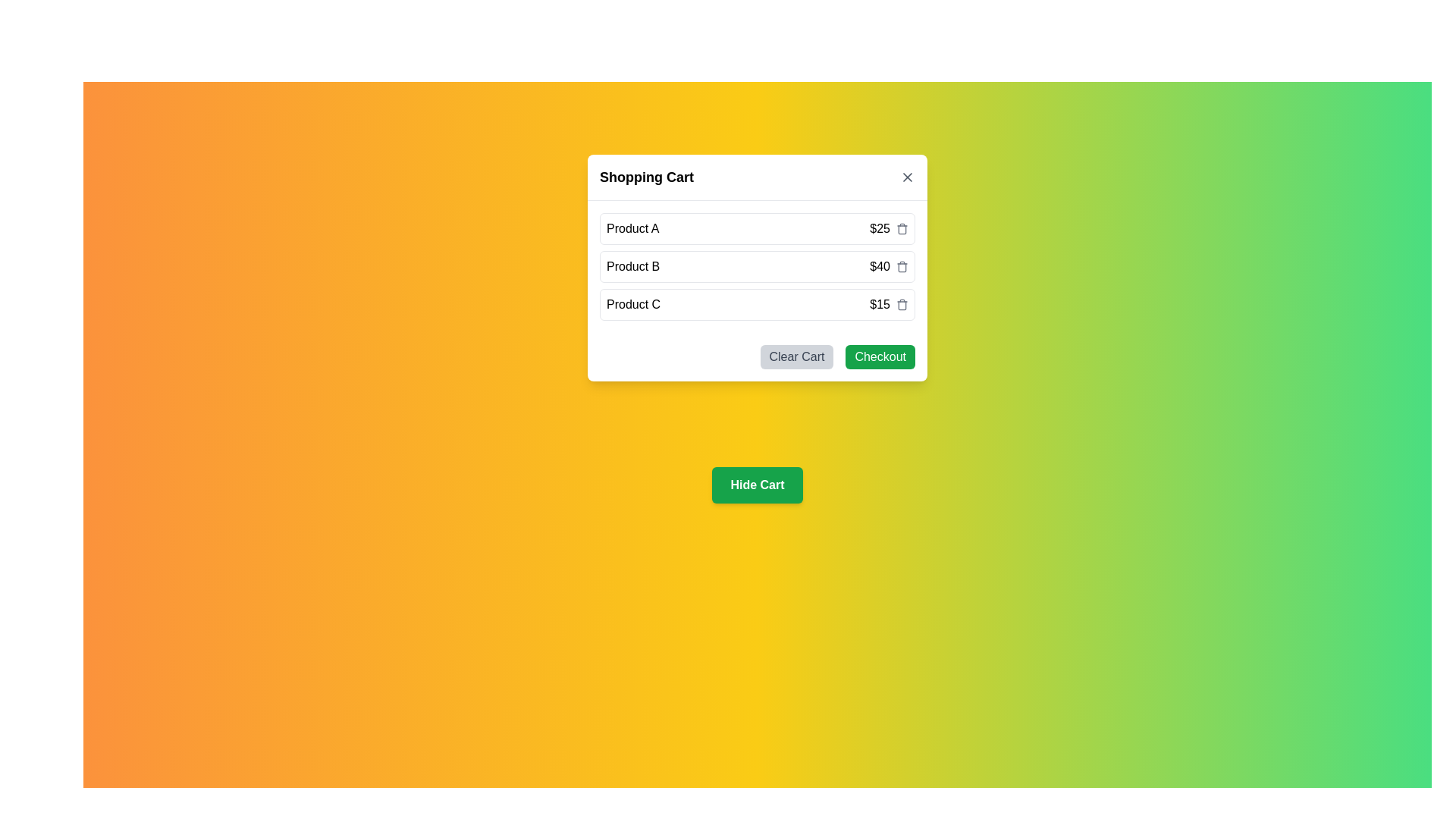  I want to click on the text label displaying '$15', which is positioned to the right of 'Product C' and aligns horizontally with it, so click(889, 304).